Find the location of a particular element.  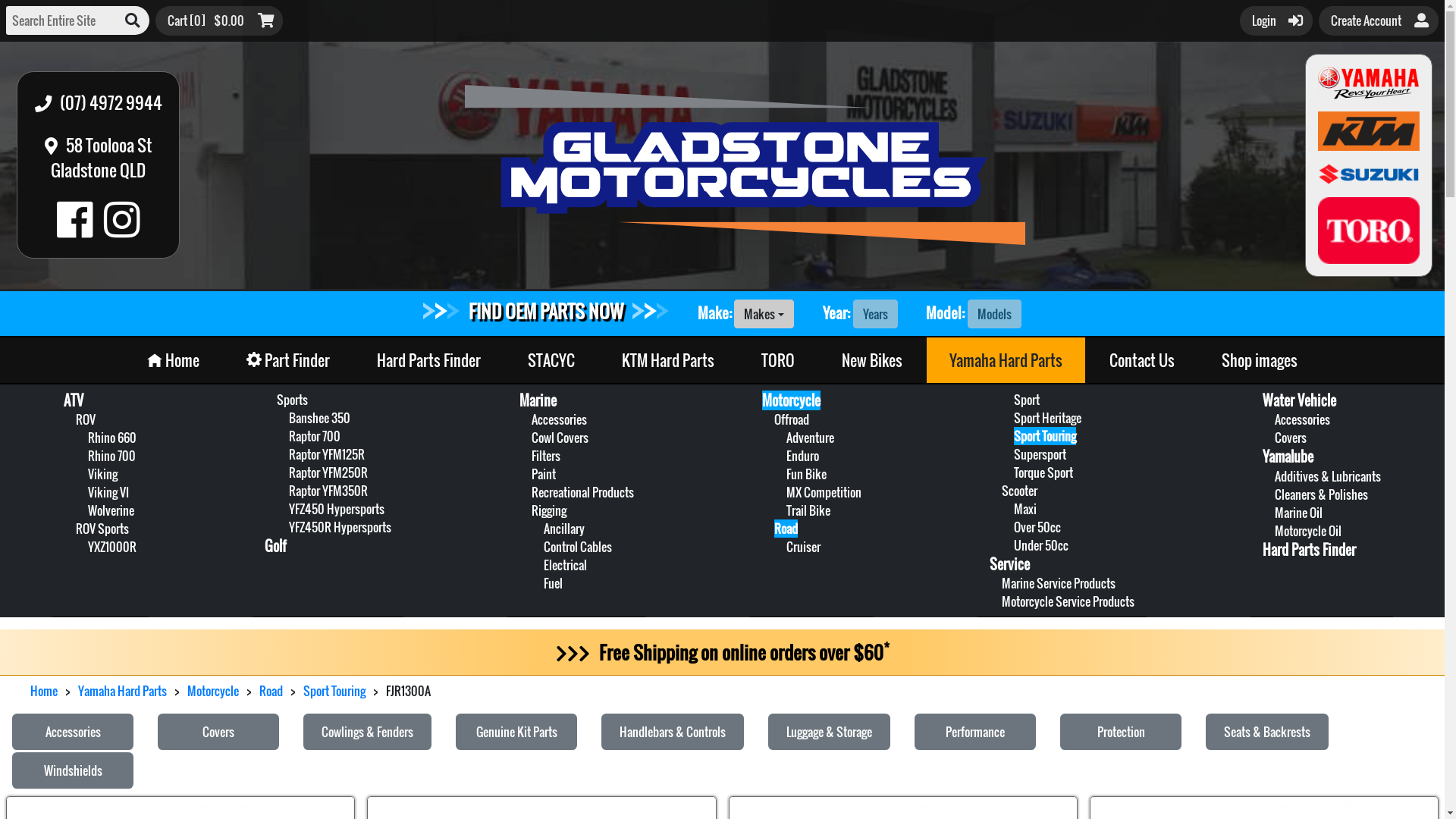

'Windshields' is located at coordinates (72, 770).